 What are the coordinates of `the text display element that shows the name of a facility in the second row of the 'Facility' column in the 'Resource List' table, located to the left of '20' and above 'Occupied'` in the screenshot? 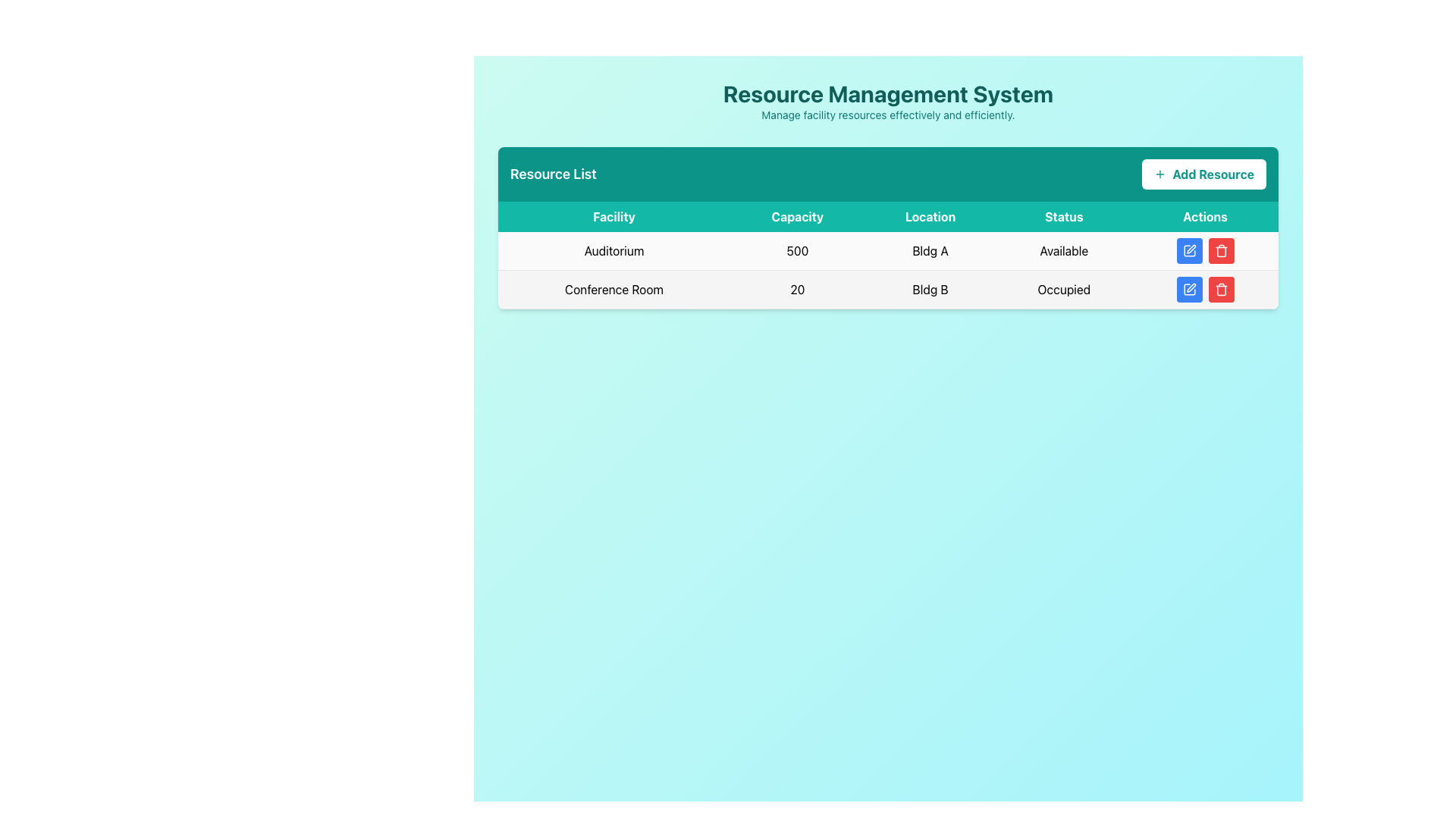 It's located at (614, 289).